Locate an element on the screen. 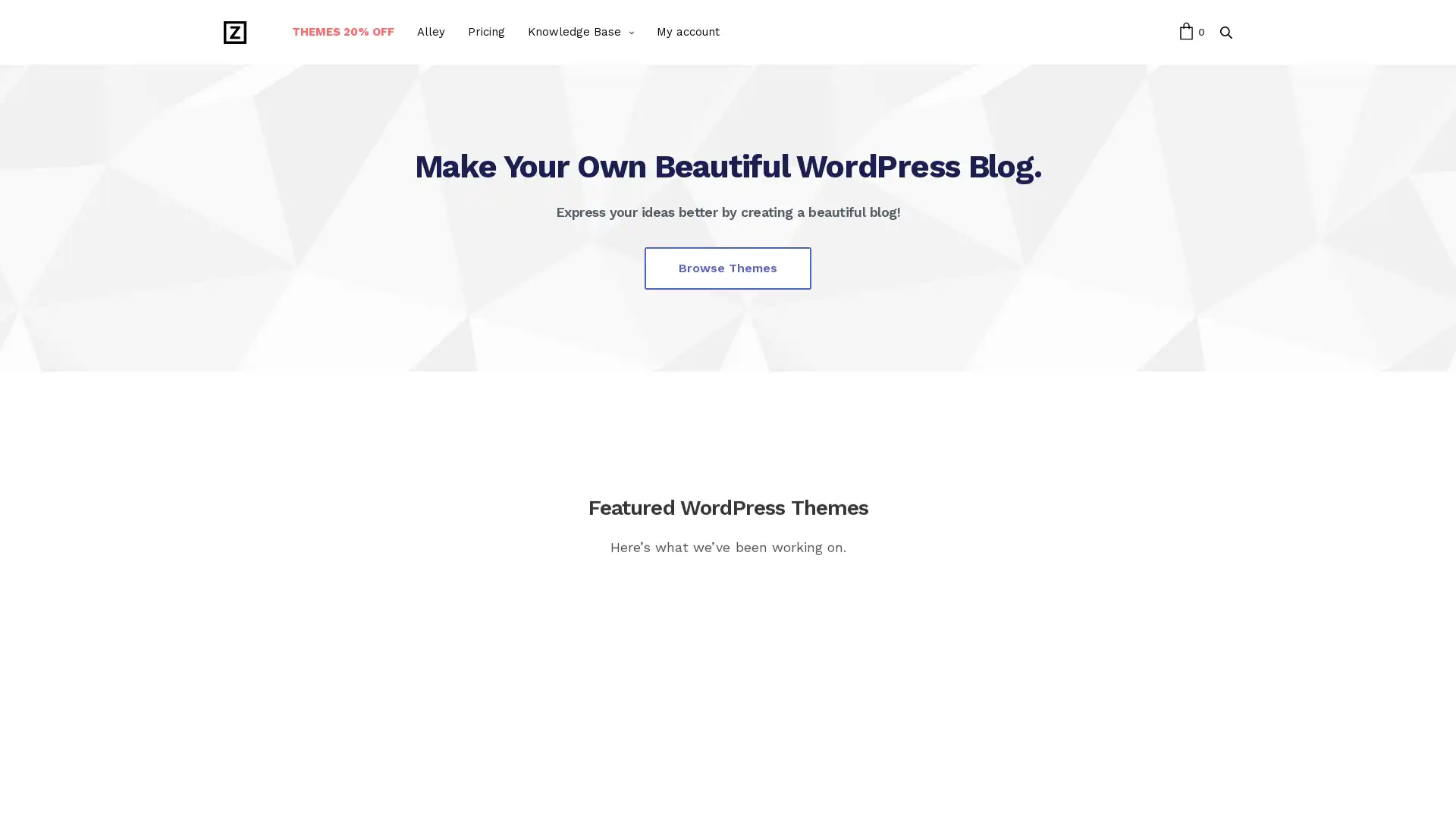 This screenshot has height=819, width=1456. Browse Themes is located at coordinates (728, 267).